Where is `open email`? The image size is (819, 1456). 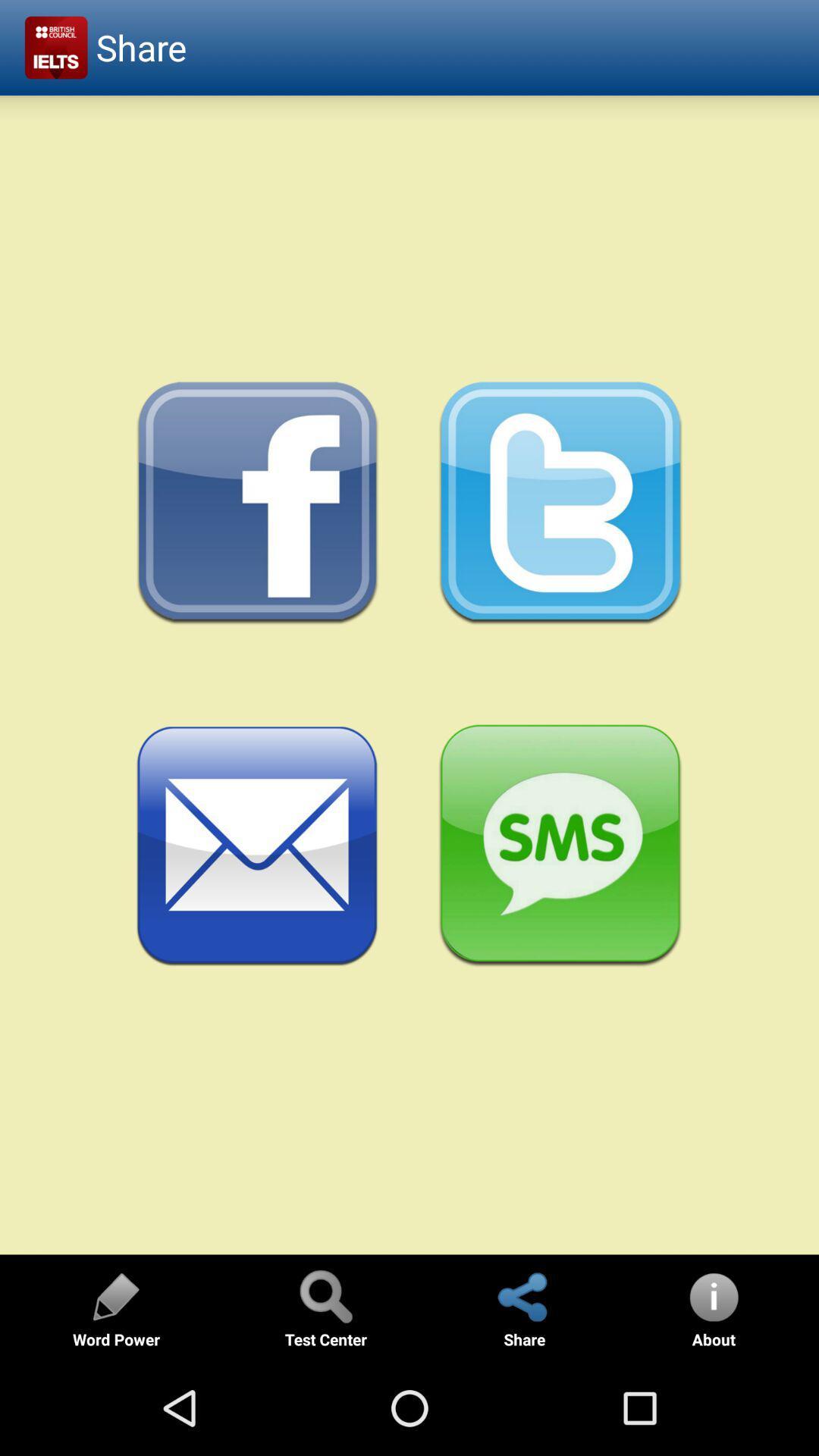
open email is located at coordinates (257, 846).